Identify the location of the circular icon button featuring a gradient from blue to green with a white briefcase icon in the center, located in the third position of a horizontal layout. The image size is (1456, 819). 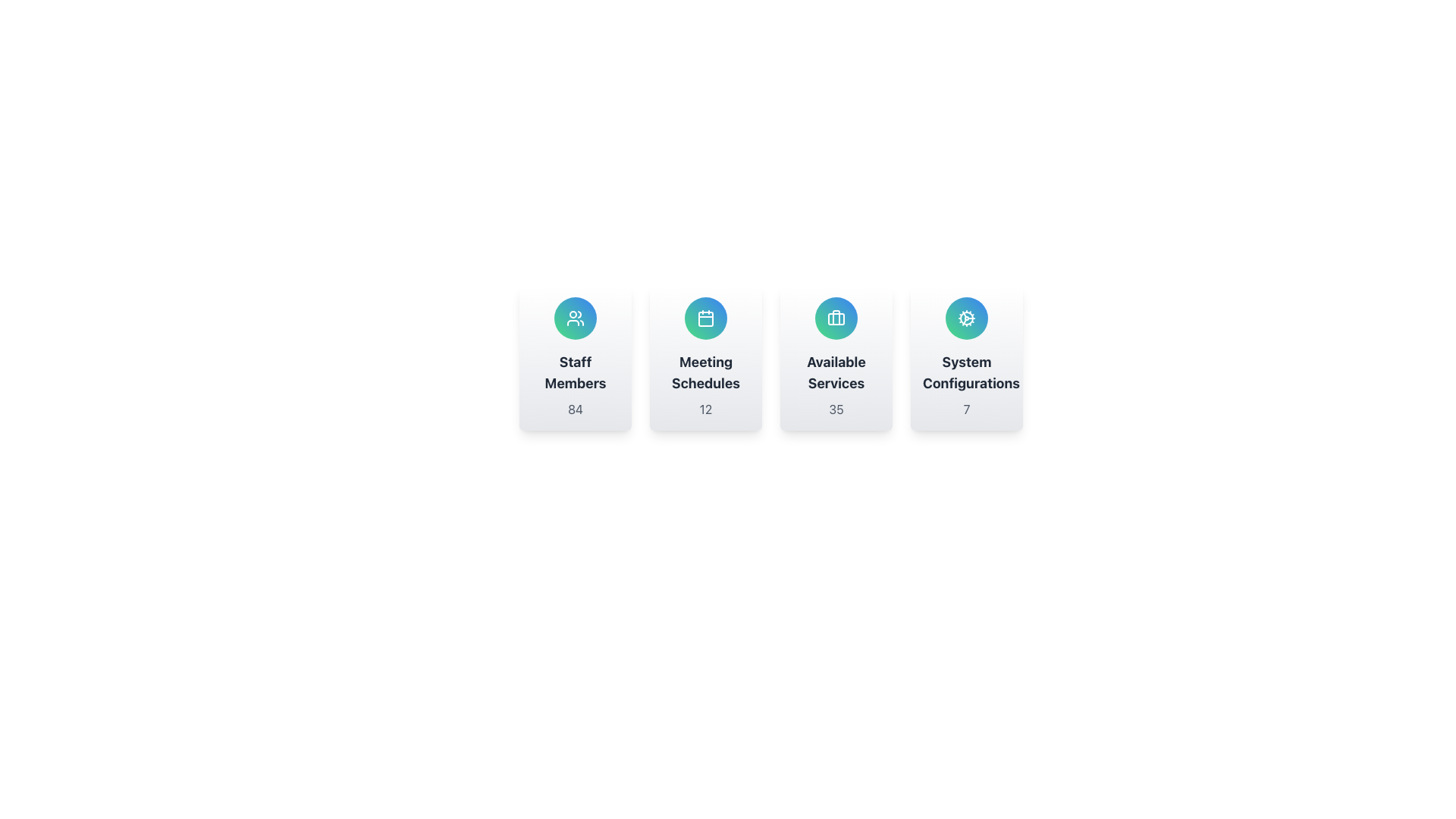
(836, 318).